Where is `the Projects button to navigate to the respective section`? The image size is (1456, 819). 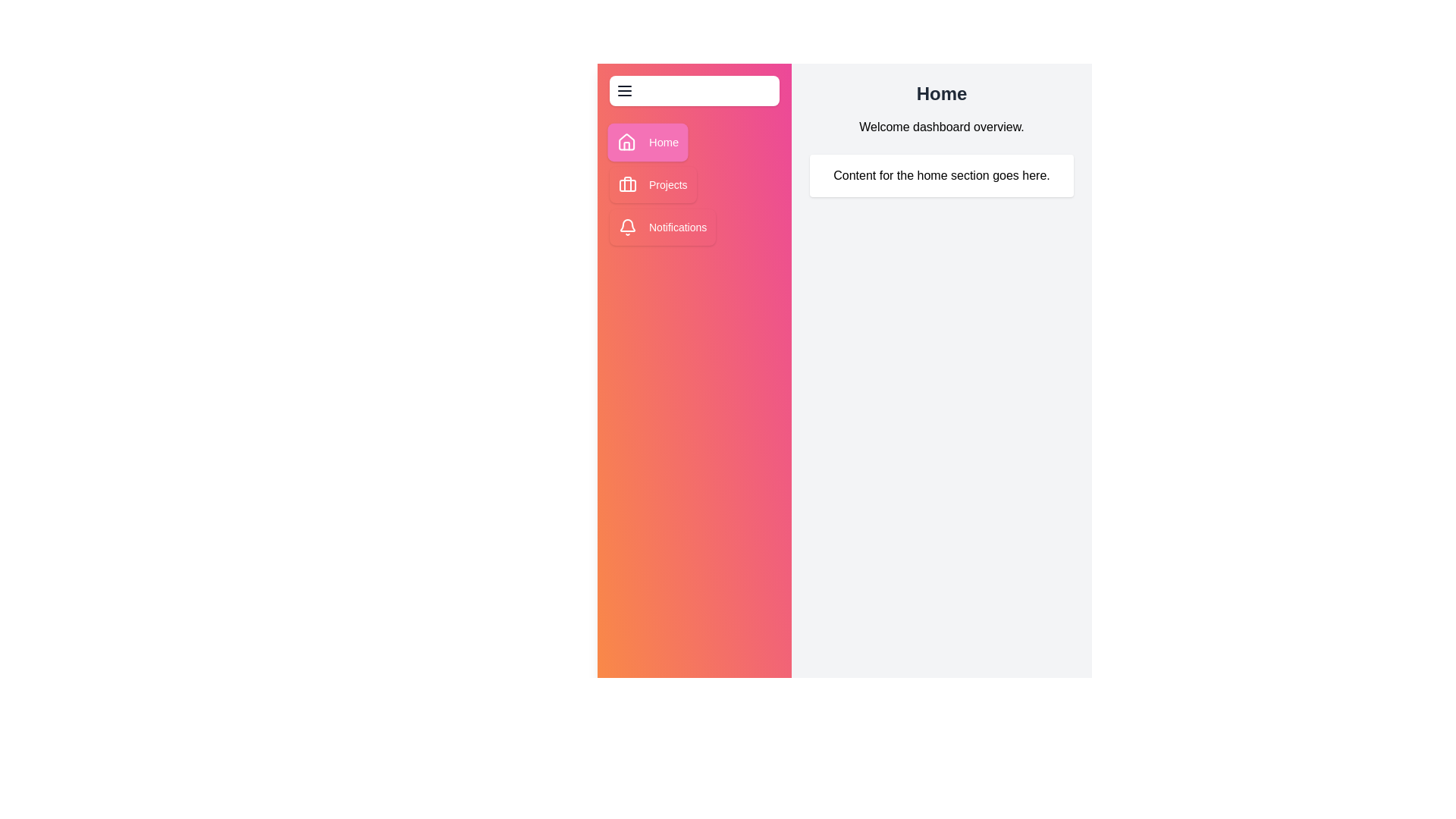 the Projects button to navigate to the respective section is located at coordinates (653, 184).